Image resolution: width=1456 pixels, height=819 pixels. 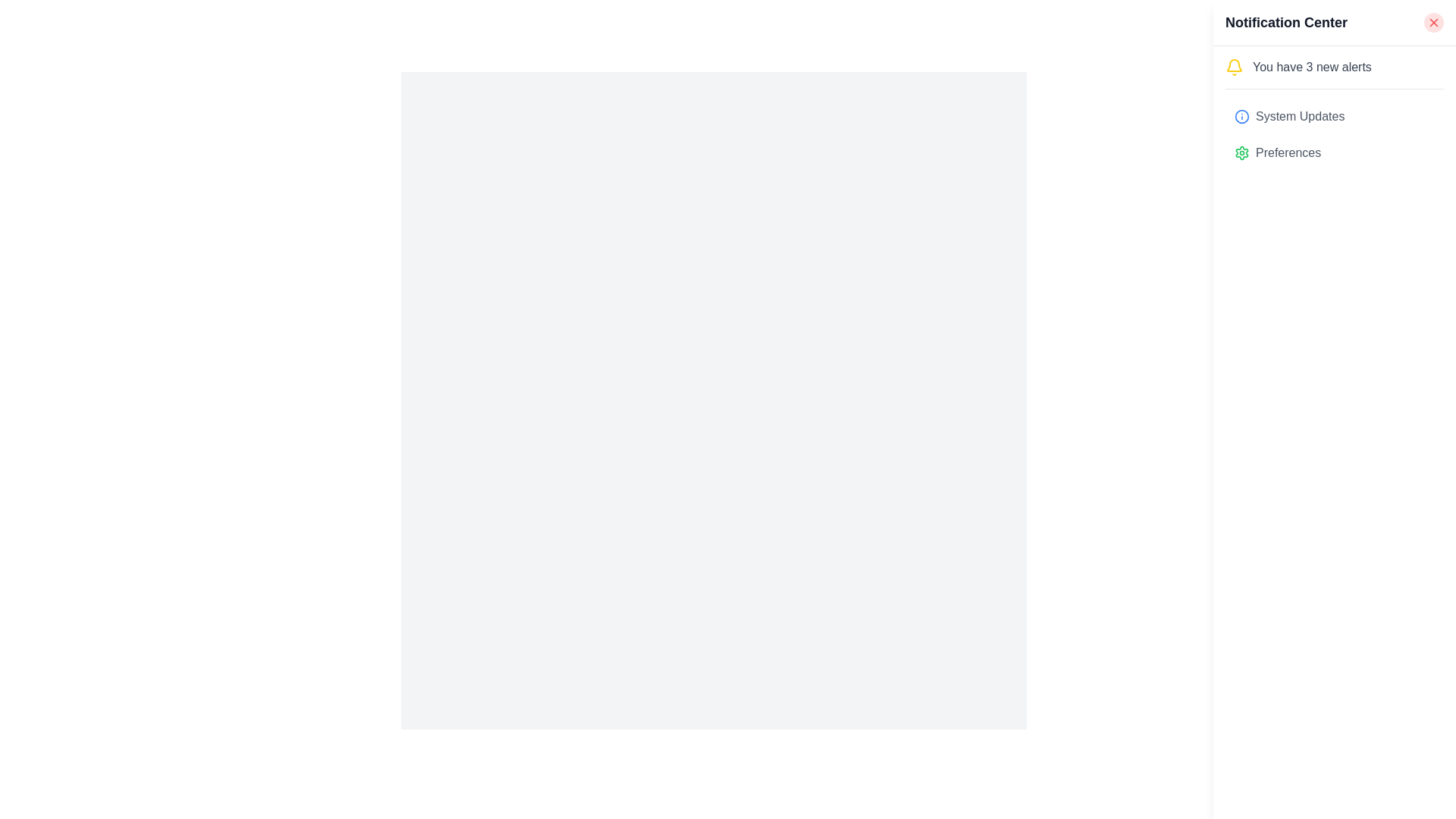 What do you see at coordinates (1234, 66) in the screenshot?
I see `the visual notification indicator icon located on the far left side of the section labeled 'You have 3 new alerts' to assume it represents an alert visually` at bounding box center [1234, 66].